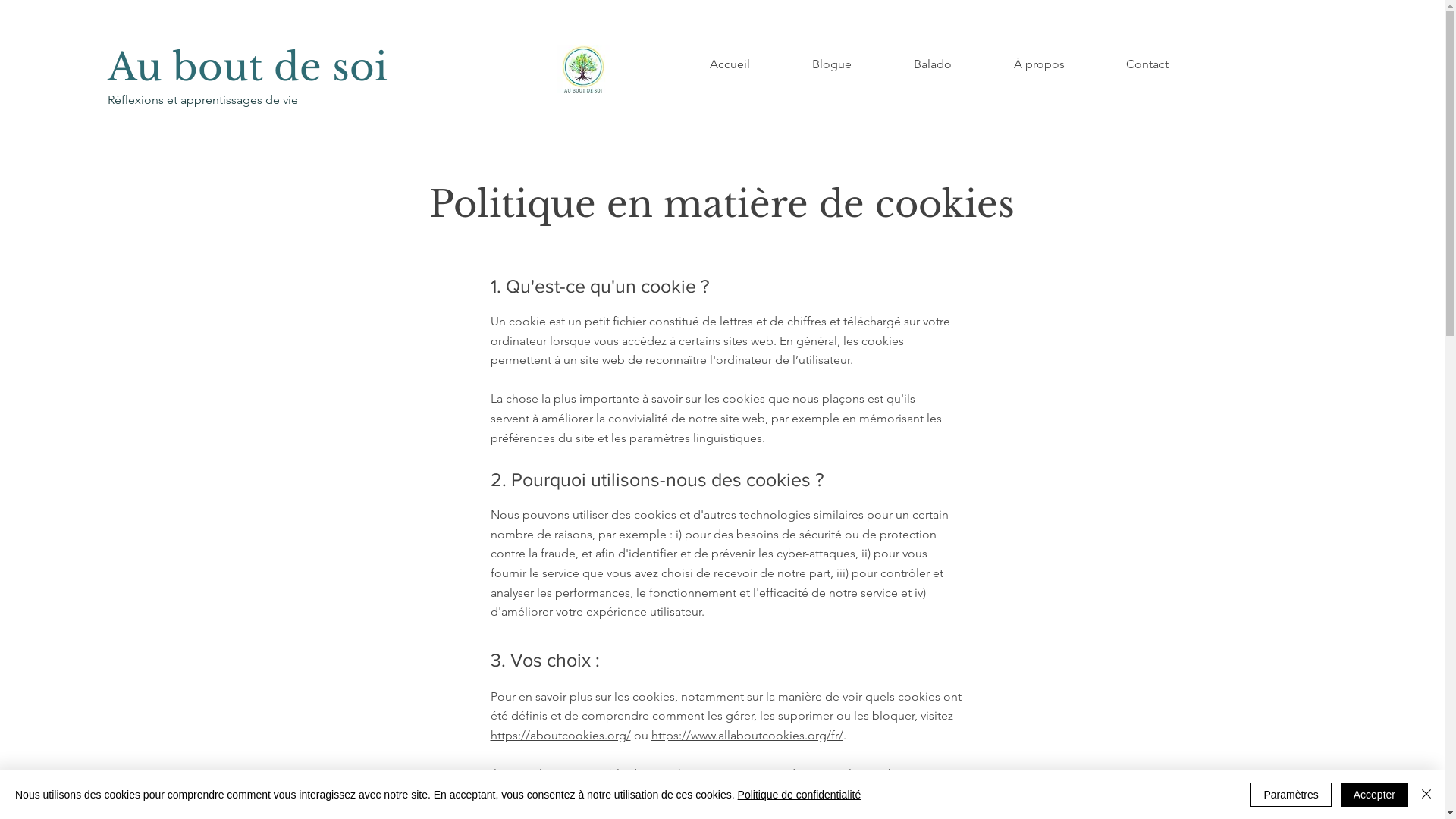 Image resolution: width=1456 pixels, height=819 pixels. What do you see at coordinates (931, 63) in the screenshot?
I see `'Balado'` at bounding box center [931, 63].